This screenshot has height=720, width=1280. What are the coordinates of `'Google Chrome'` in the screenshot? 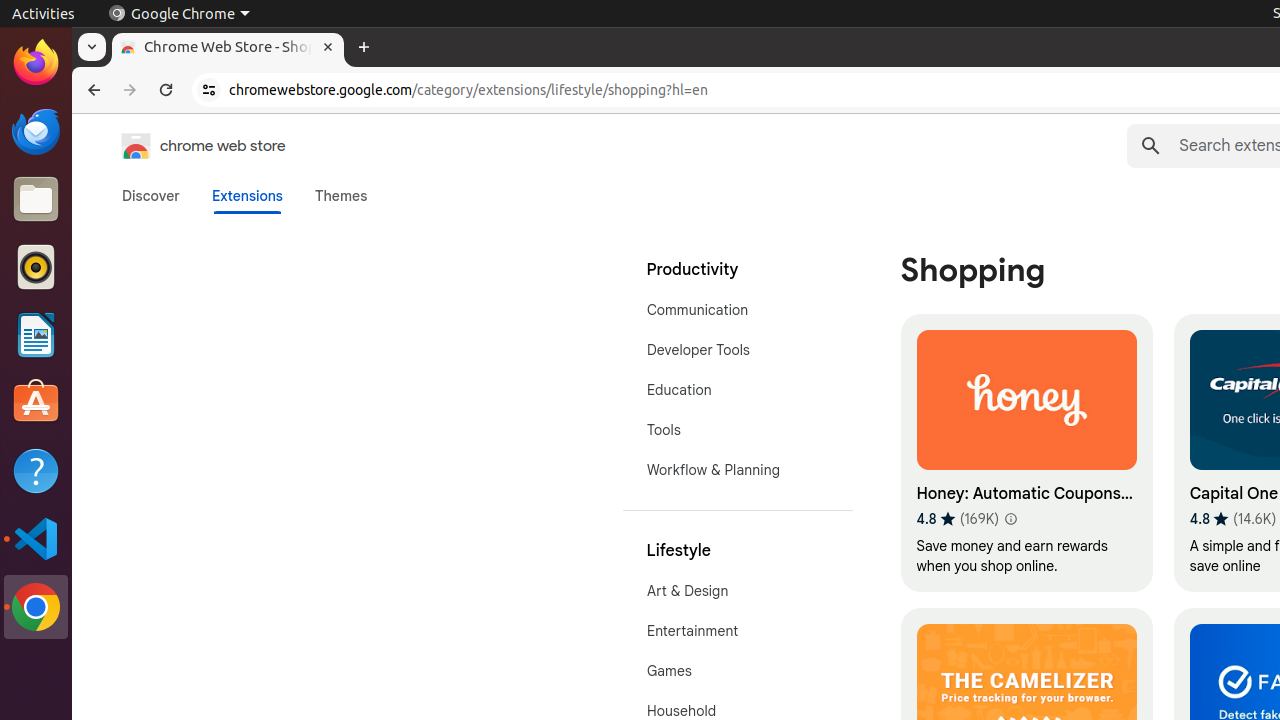 It's located at (178, 13).